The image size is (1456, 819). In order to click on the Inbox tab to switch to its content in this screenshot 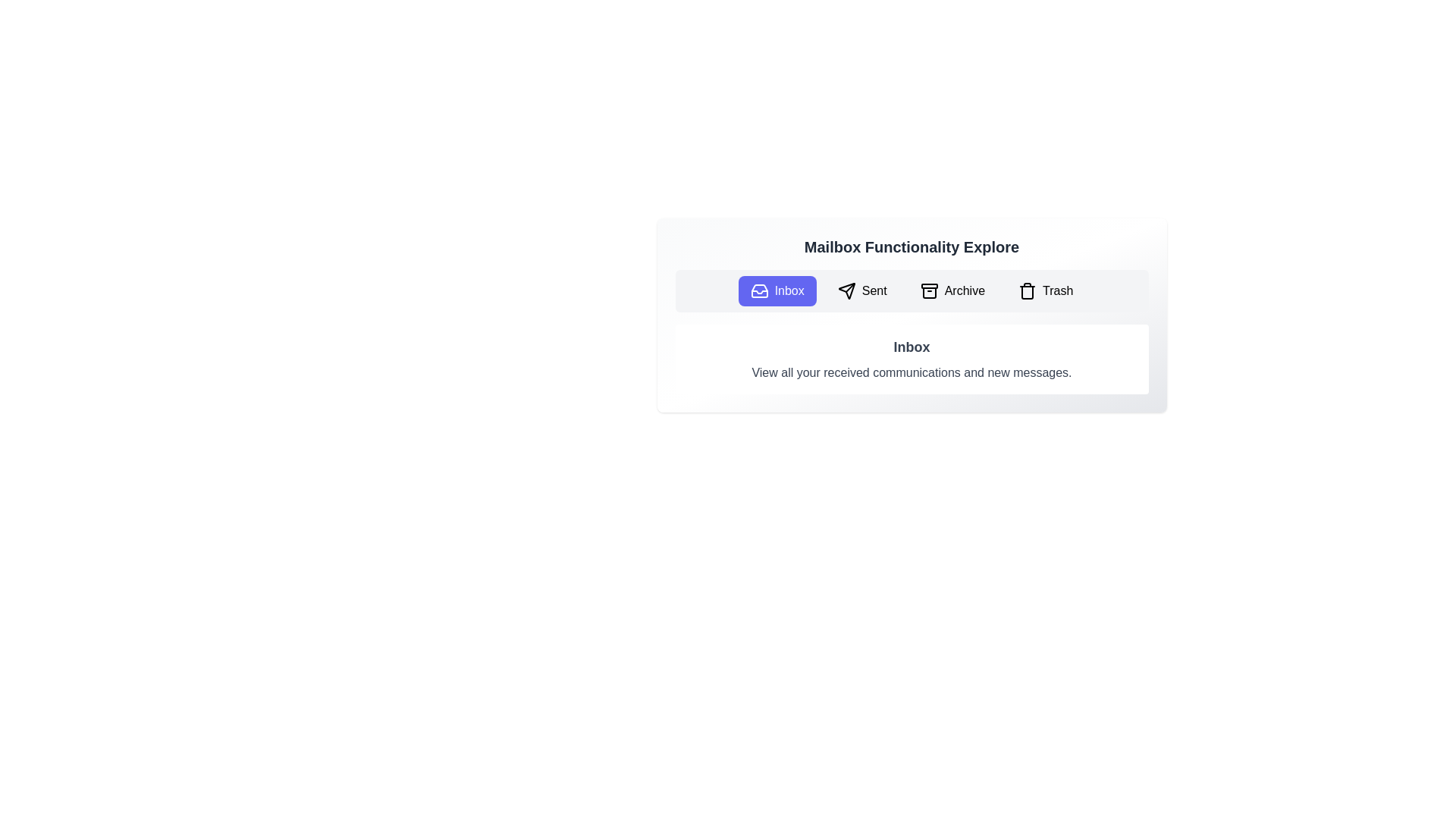, I will do `click(777, 291)`.